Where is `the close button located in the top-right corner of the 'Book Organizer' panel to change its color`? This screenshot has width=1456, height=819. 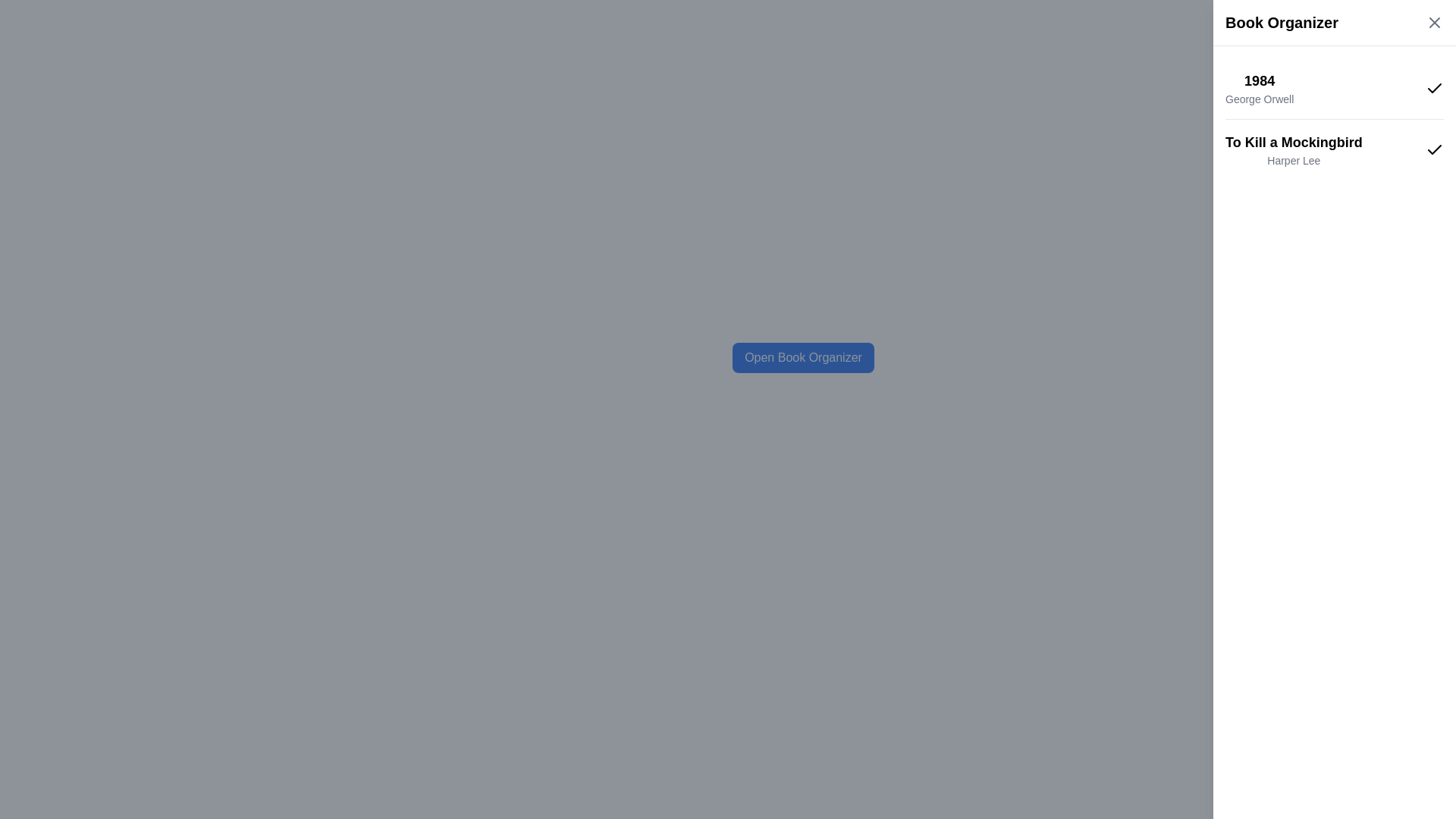
the close button located in the top-right corner of the 'Book Organizer' panel to change its color is located at coordinates (1433, 23).